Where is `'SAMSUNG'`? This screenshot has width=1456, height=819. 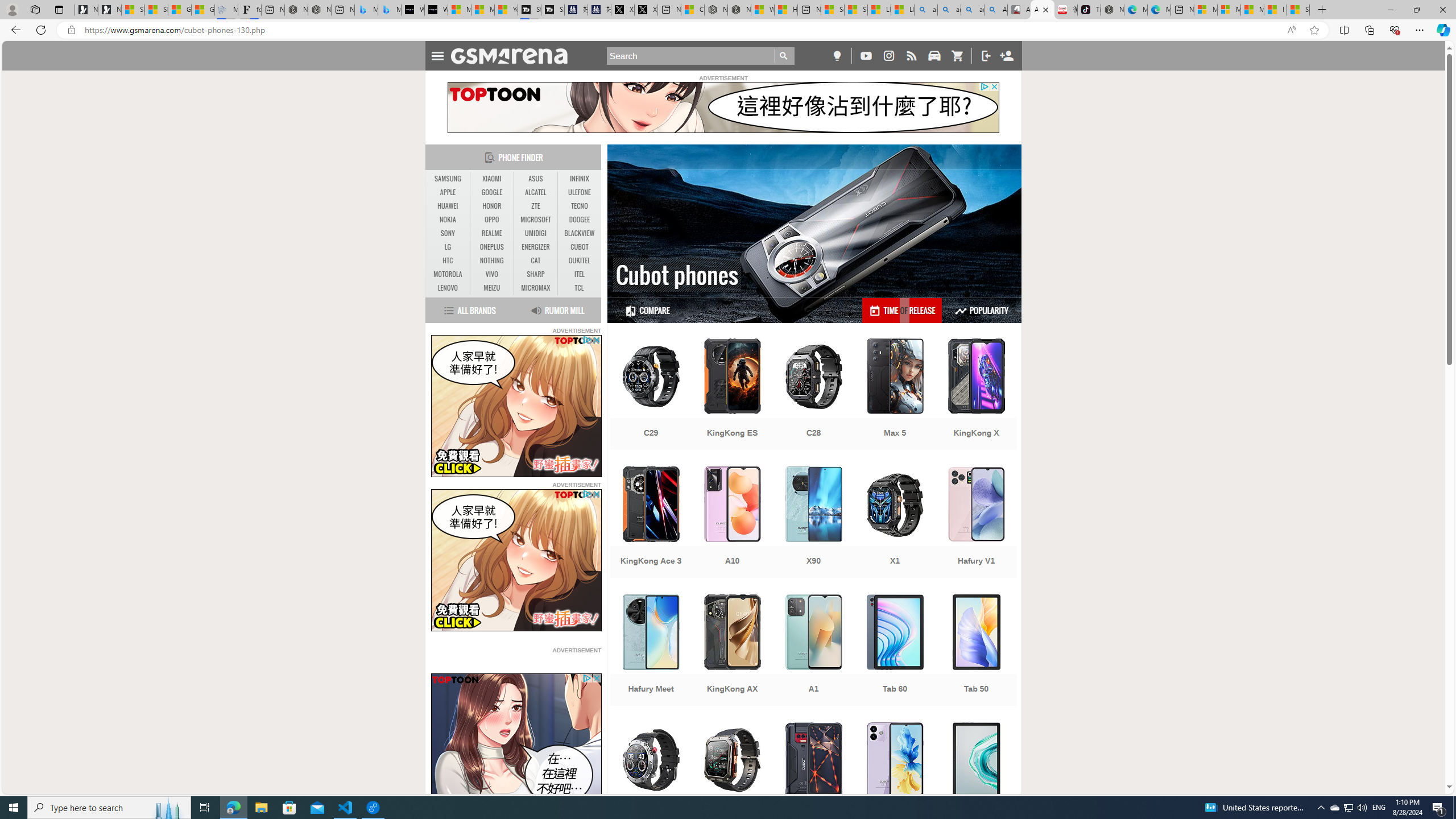 'SAMSUNG' is located at coordinates (448, 179).